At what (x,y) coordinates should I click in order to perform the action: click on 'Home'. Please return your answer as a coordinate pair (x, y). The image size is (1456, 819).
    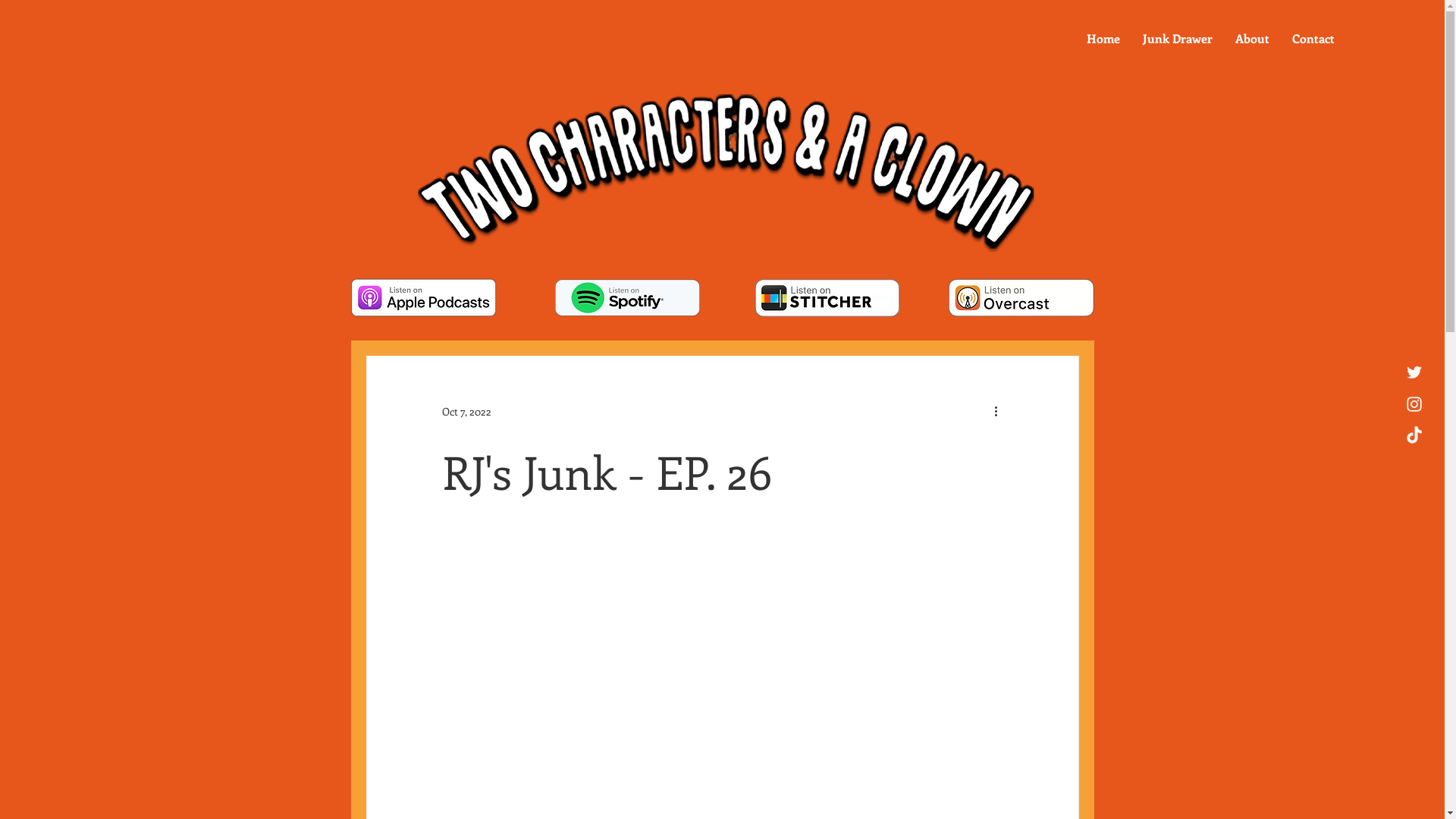
    Looking at the image, I should click on (1074, 37).